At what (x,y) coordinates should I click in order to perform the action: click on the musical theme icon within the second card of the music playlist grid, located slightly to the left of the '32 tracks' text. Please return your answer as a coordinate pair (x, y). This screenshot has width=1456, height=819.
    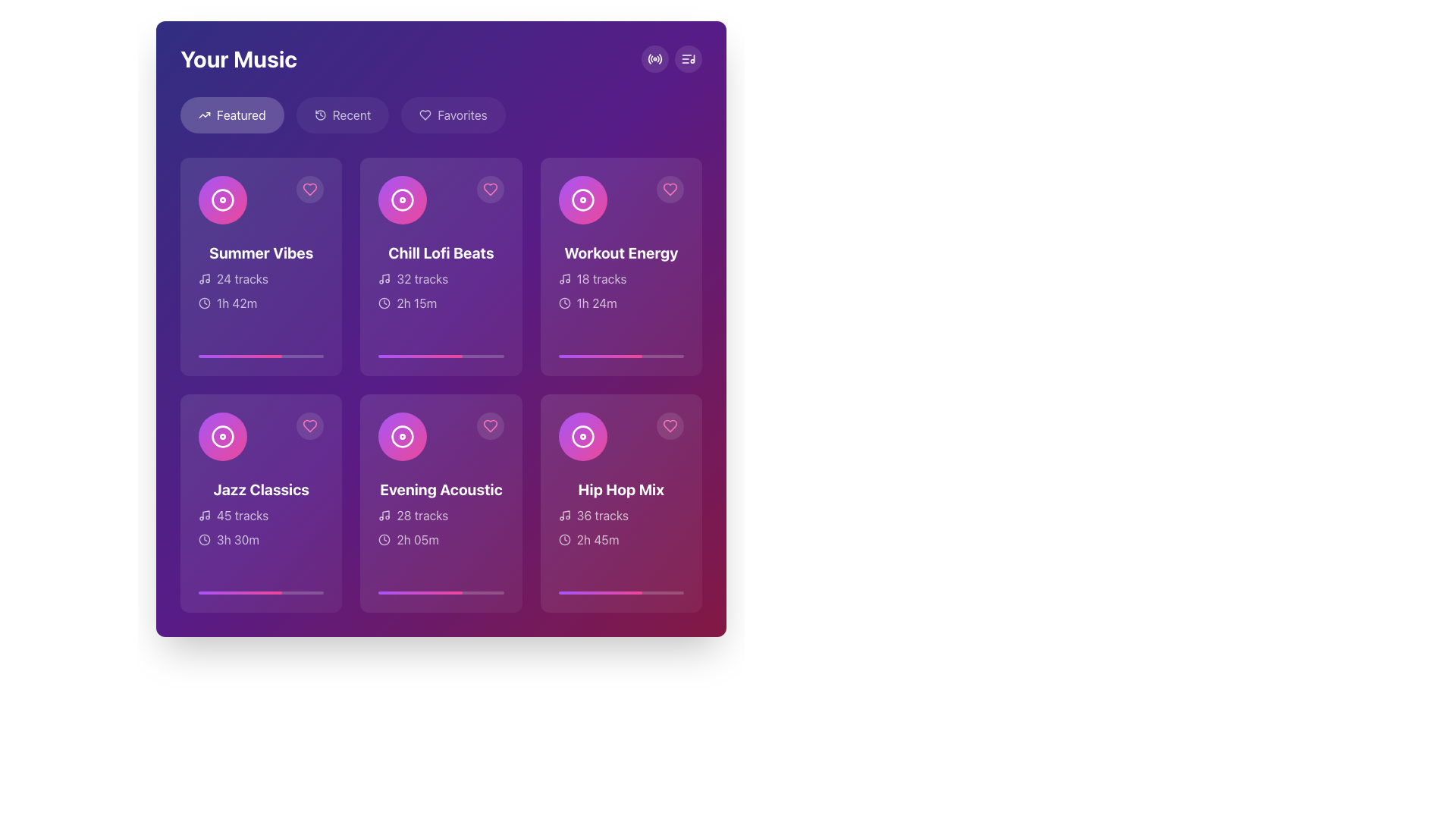
    Looking at the image, I should click on (384, 278).